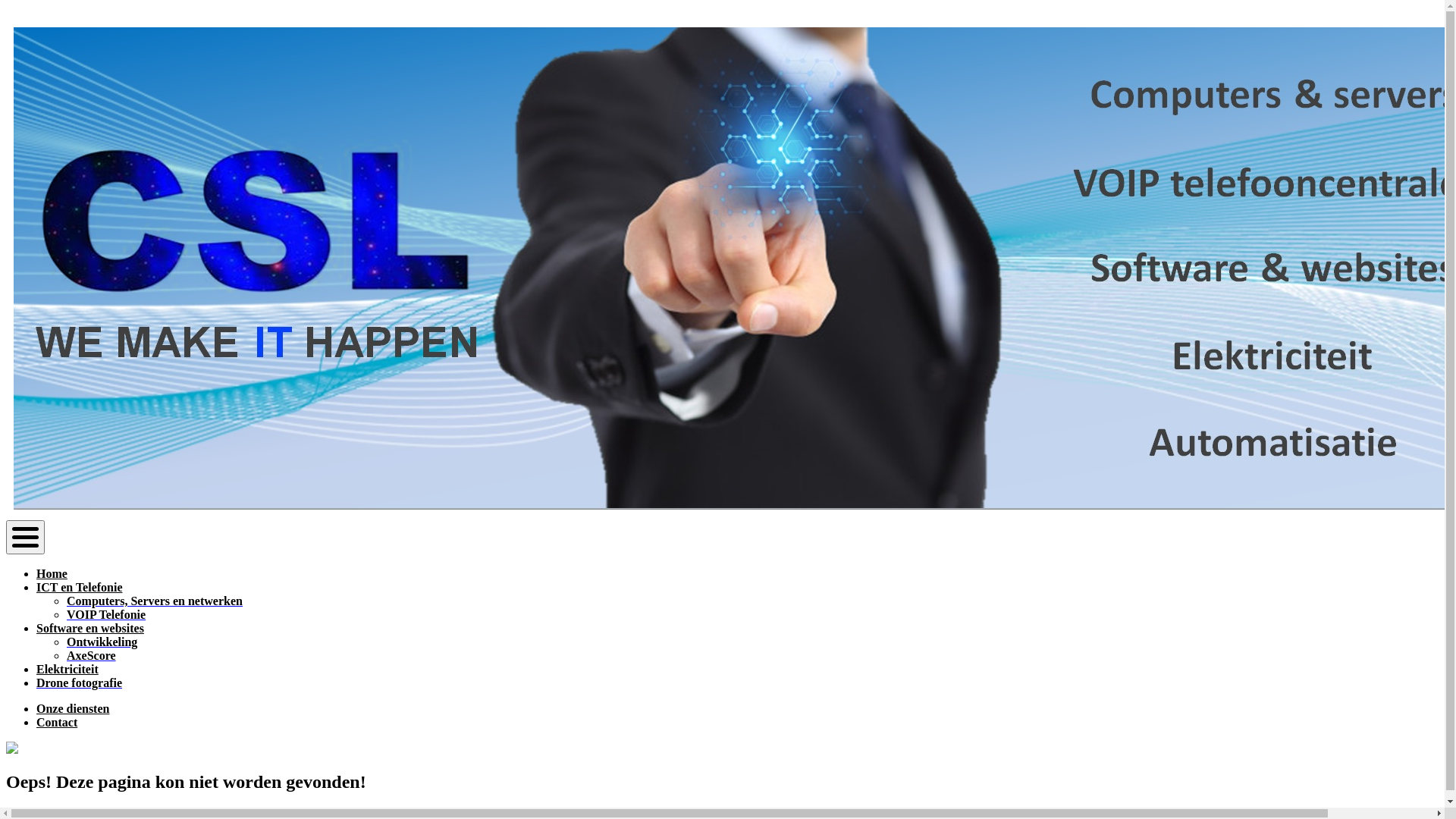 The image size is (1456, 819). Describe the element at coordinates (105, 614) in the screenshot. I see `'VOIP Telefonie'` at that location.